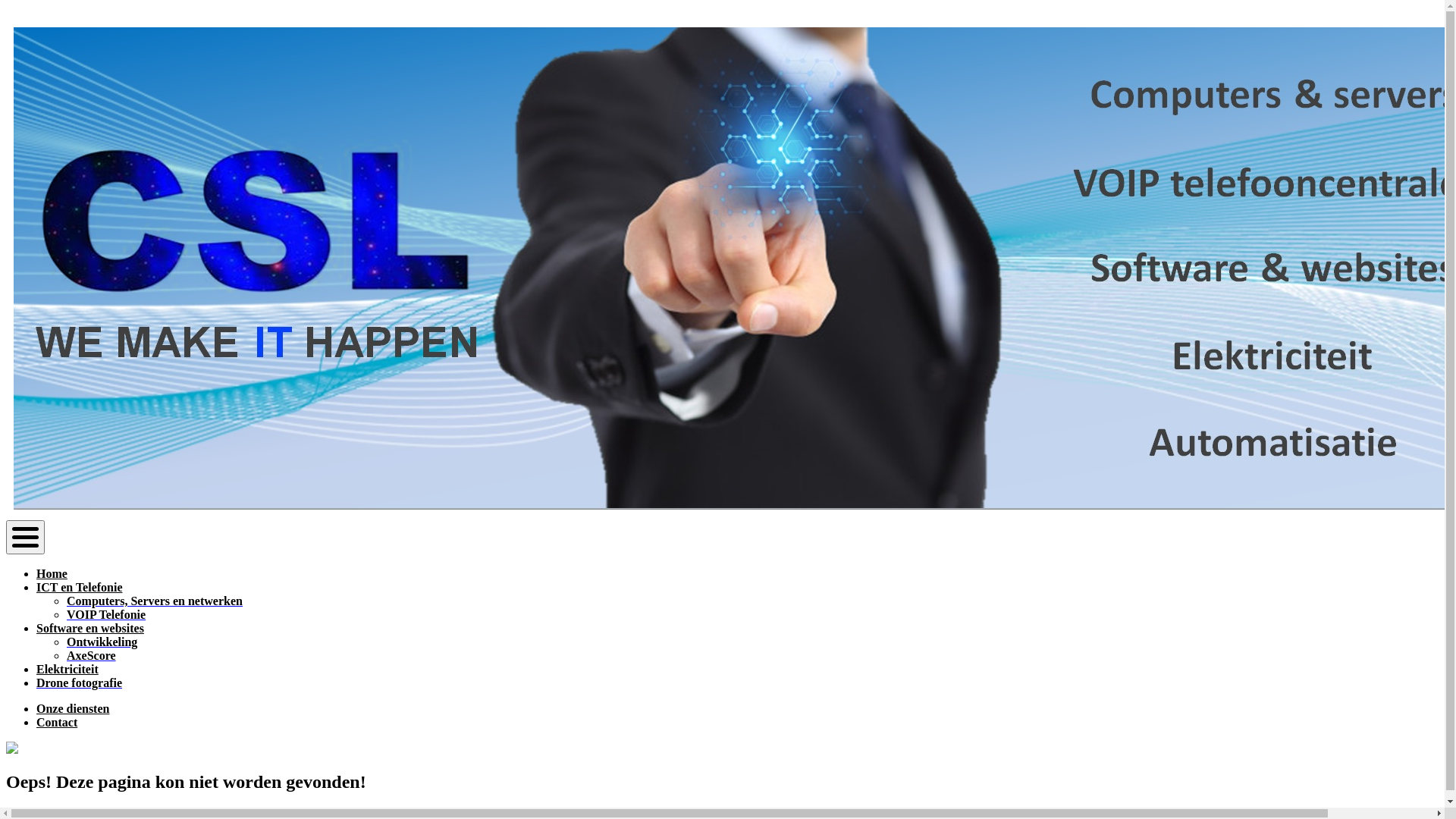 The image size is (1456, 819). Describe the element at coordinates (105, 614) in the screenshot. I see `'VOIP Telefonie'` at that location.